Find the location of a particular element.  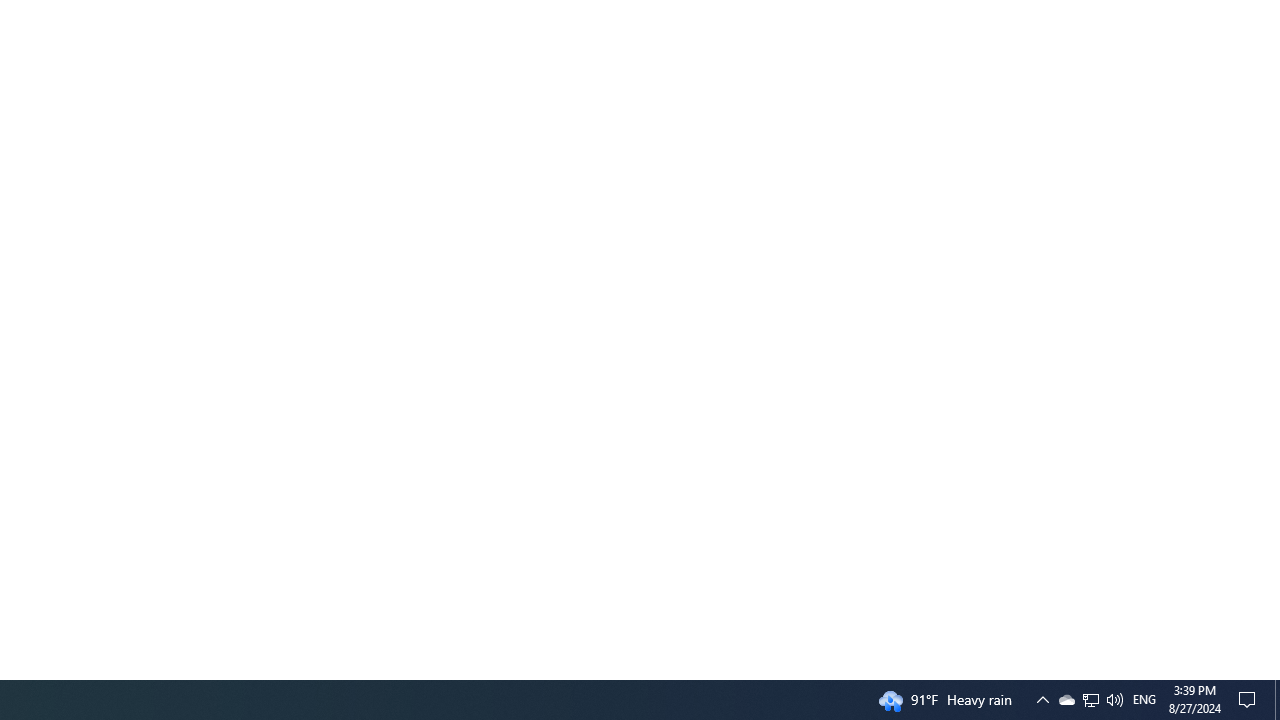

'Show desktop' is located at coordinates (1276, 698).